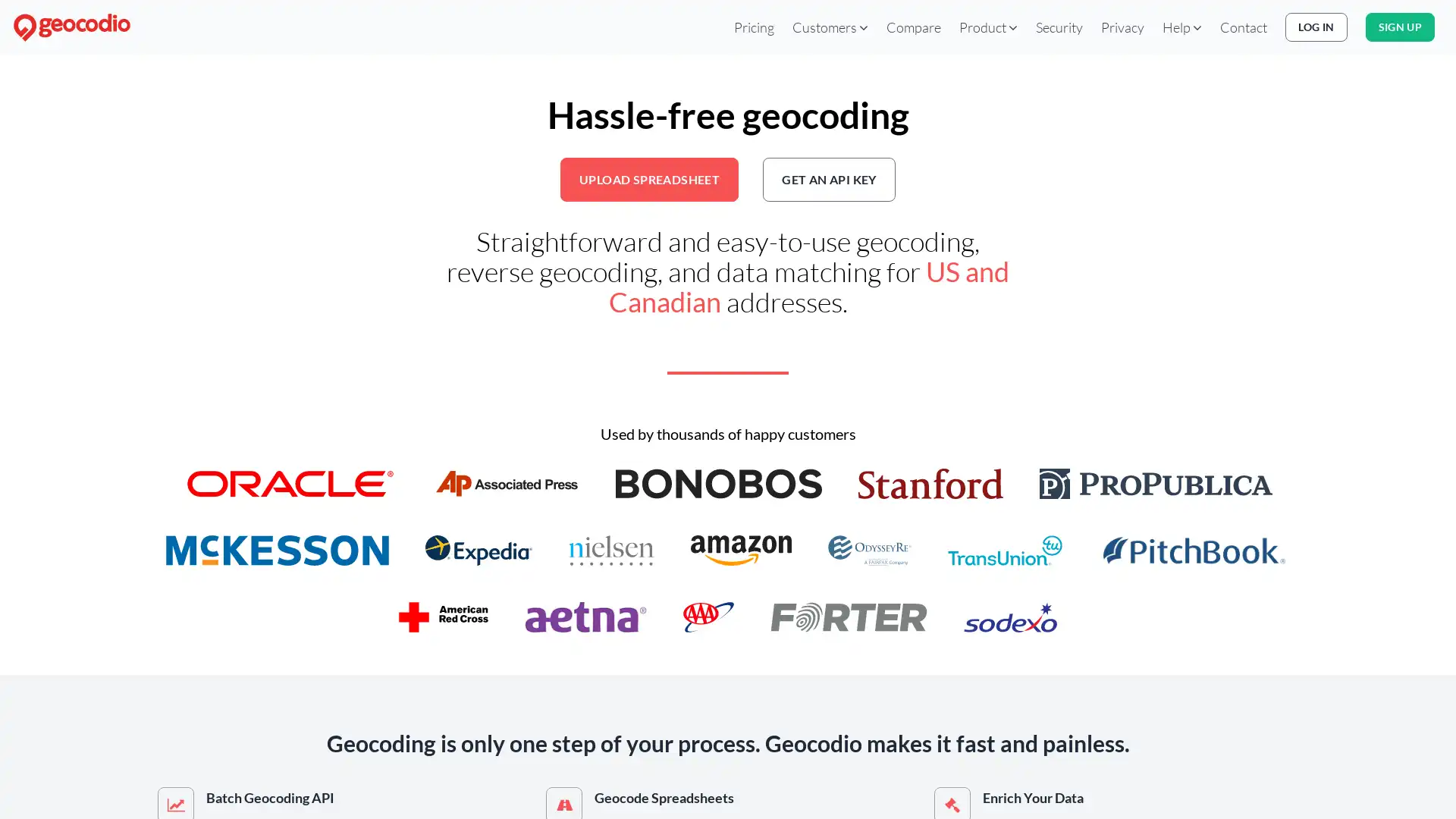  I want to click on Help, so click(1181, 27).